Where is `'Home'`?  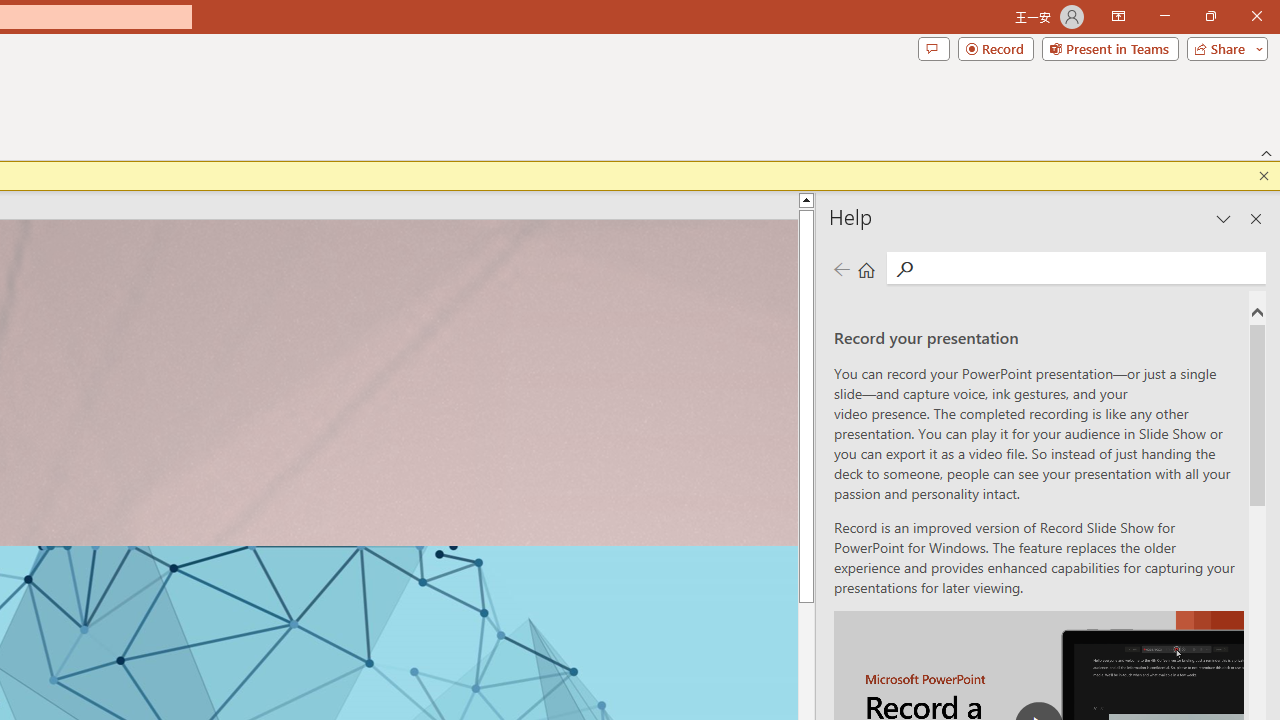 'Home' is located at coordinates (866, 268).